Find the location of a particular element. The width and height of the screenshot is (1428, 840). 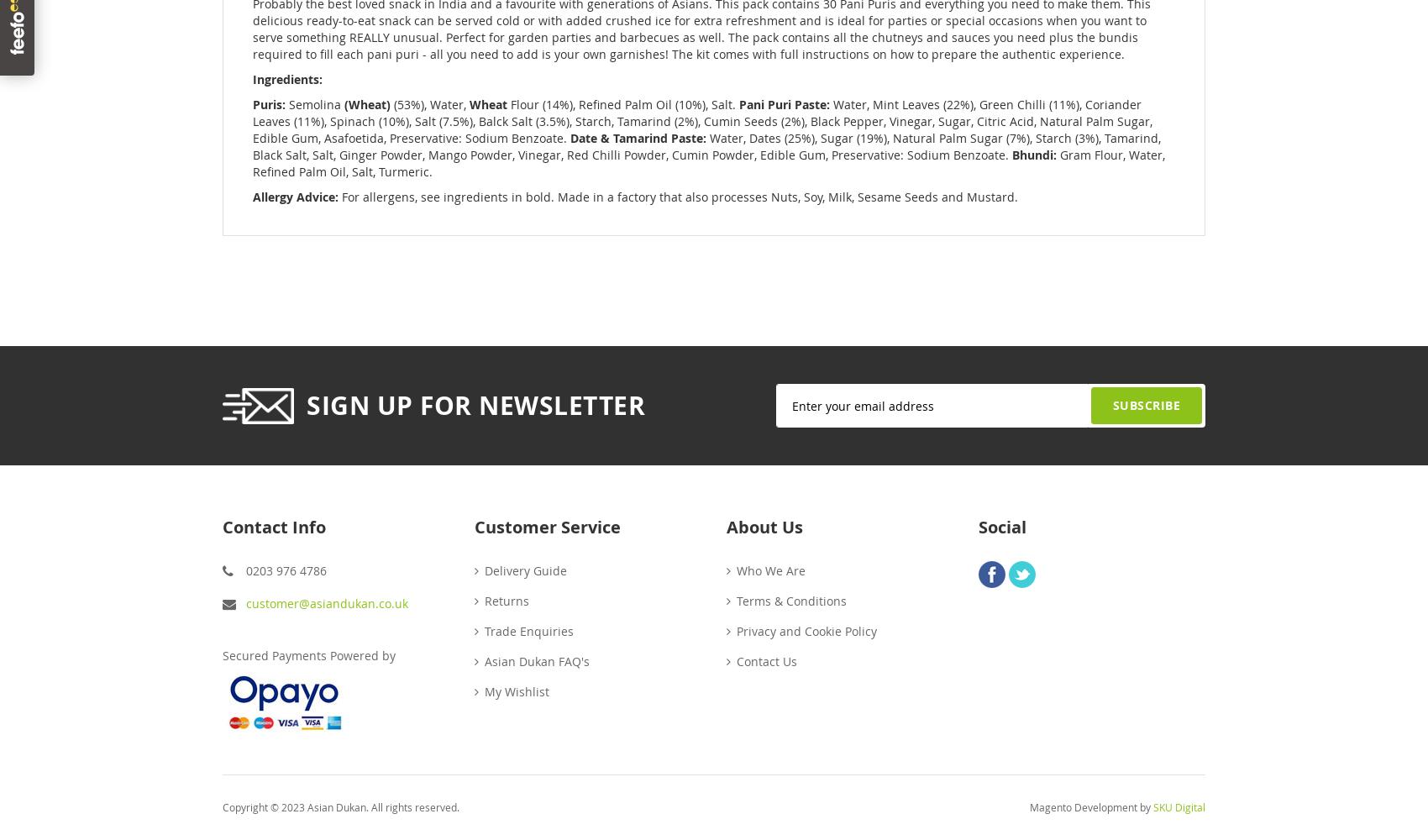

'Terms & Conditions' is located at coordinates (791, 599).